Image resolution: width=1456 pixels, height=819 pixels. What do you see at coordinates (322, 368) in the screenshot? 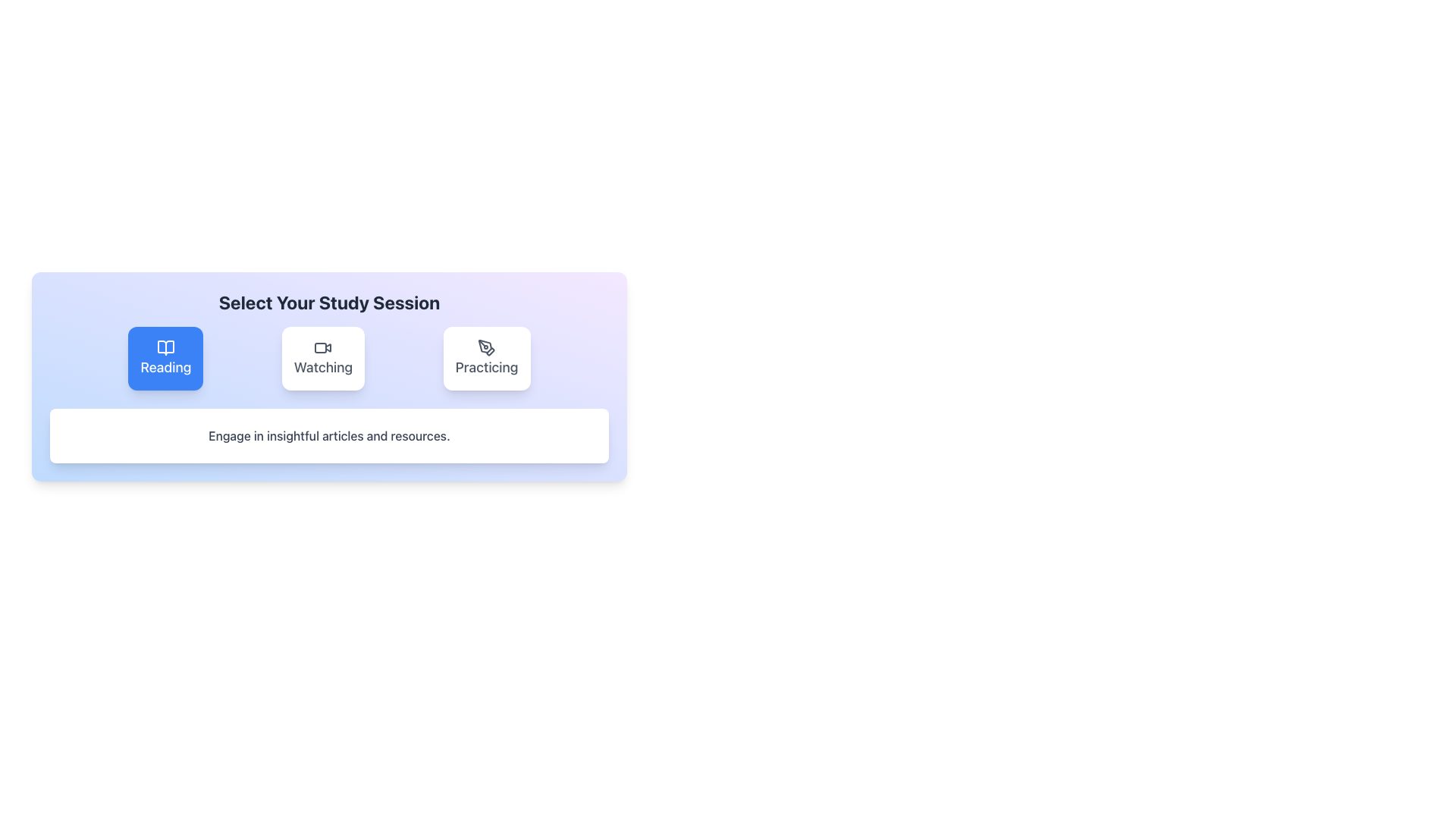
I see `the 'Watching' text label positioned at the bottom of the central card in the 3-card layout, which clarifies the purpose of the associated button` at bounding box center [322, 368].